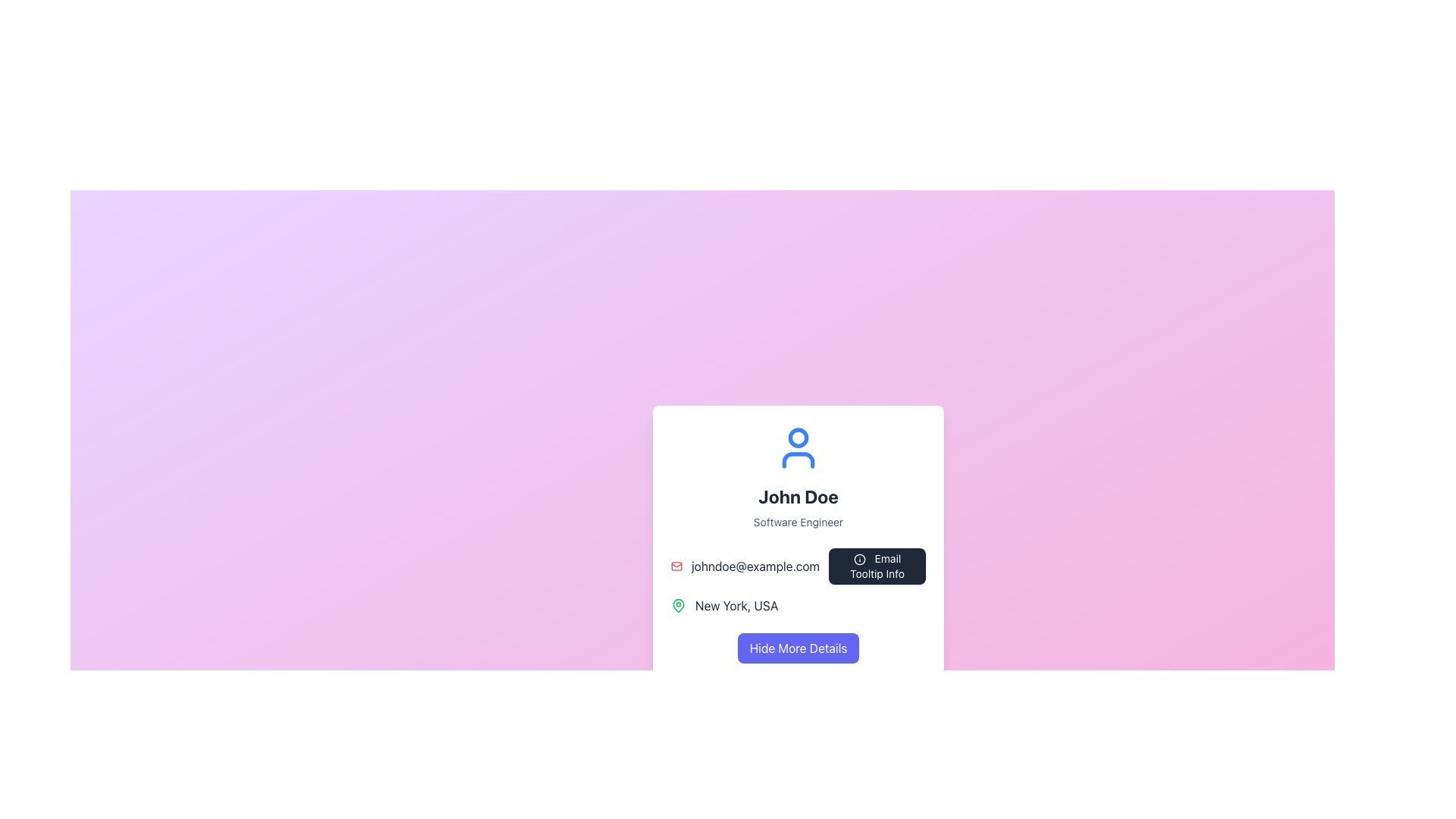 The image size is (1456, 819). Describe the element at coordinates (755, 566) in the screenshot. I see `the static text displaying an email address, which is styled with a dark gray font and located within a card interface to the right of a small red mail icon` at that location.